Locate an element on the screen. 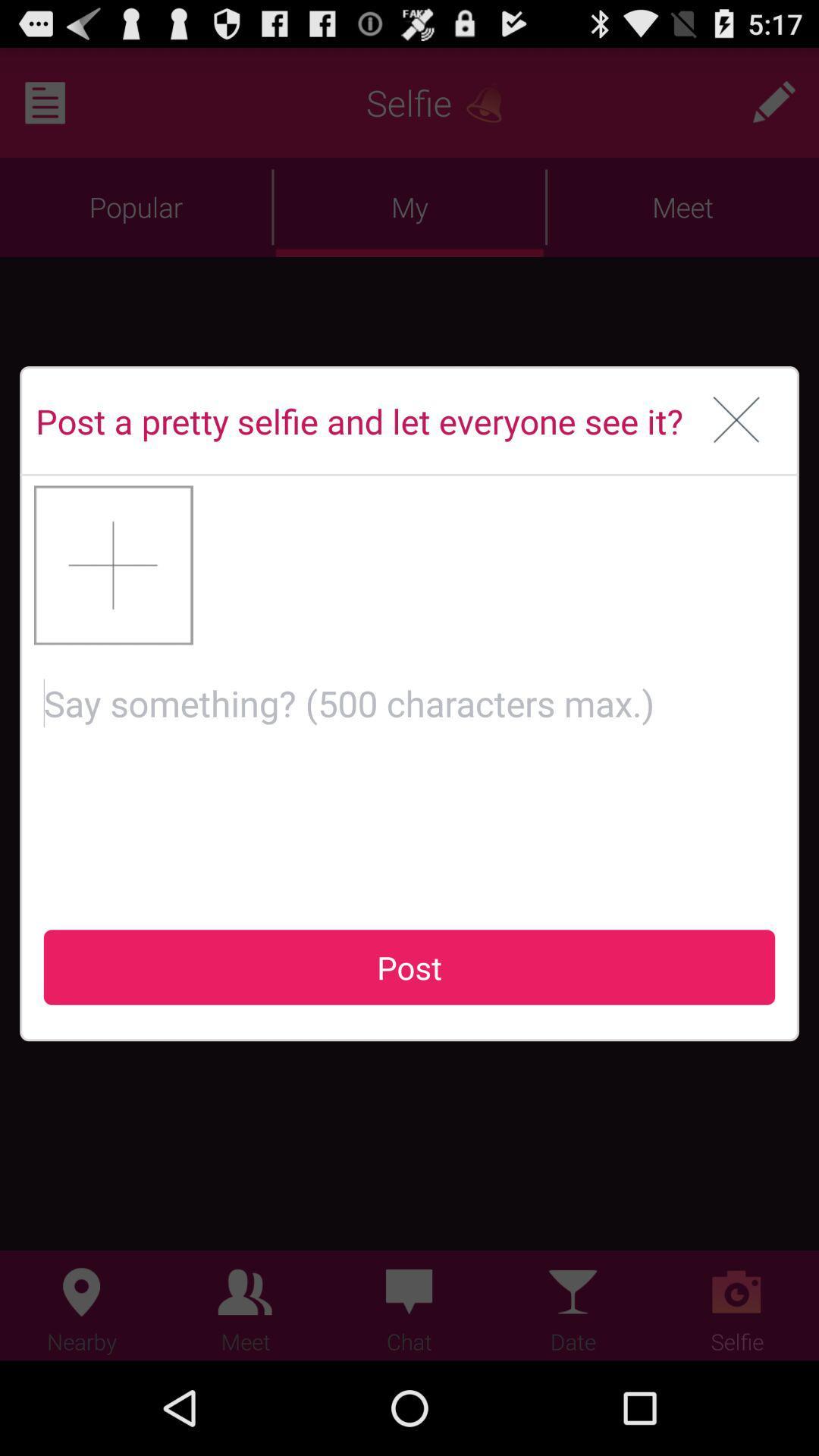  the item to the right of the post a pretty item is located at coordinates (736, 421).